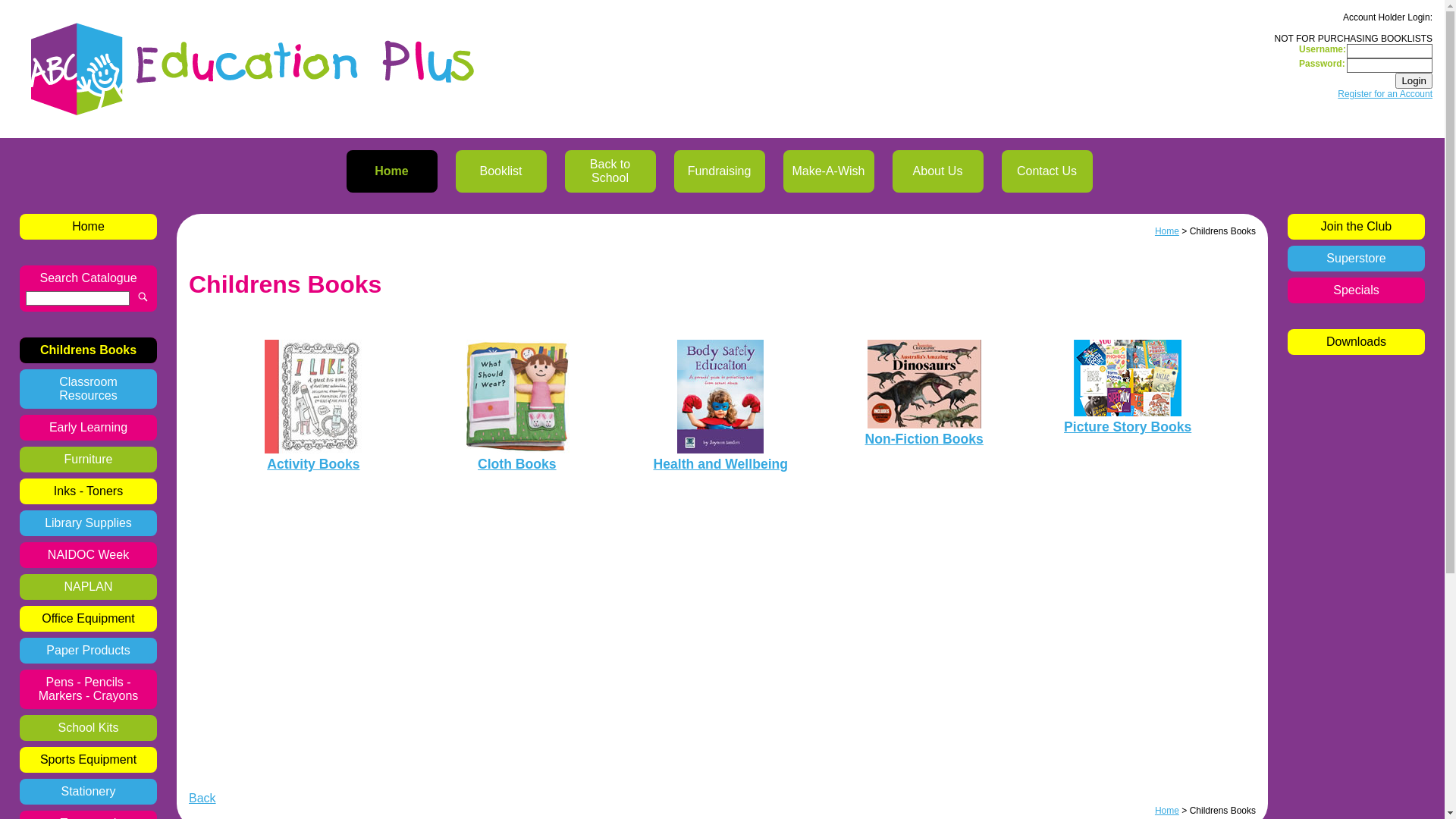  I want to click on 'Childrens Books', so click(87, 350).